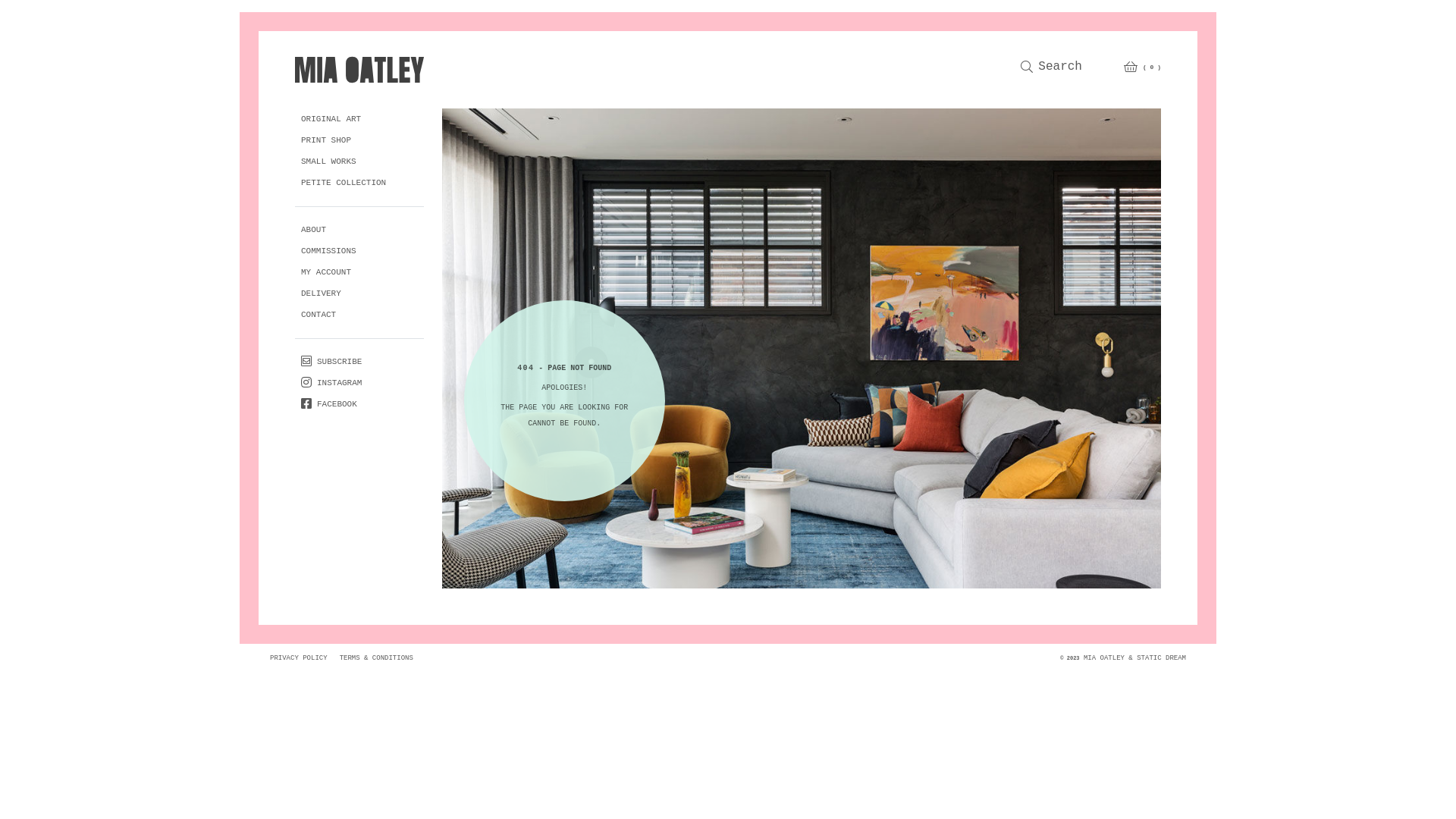 The width and height of the screenshot is (1456, 819). I want to click on 'Commissions', so click(328, 250).